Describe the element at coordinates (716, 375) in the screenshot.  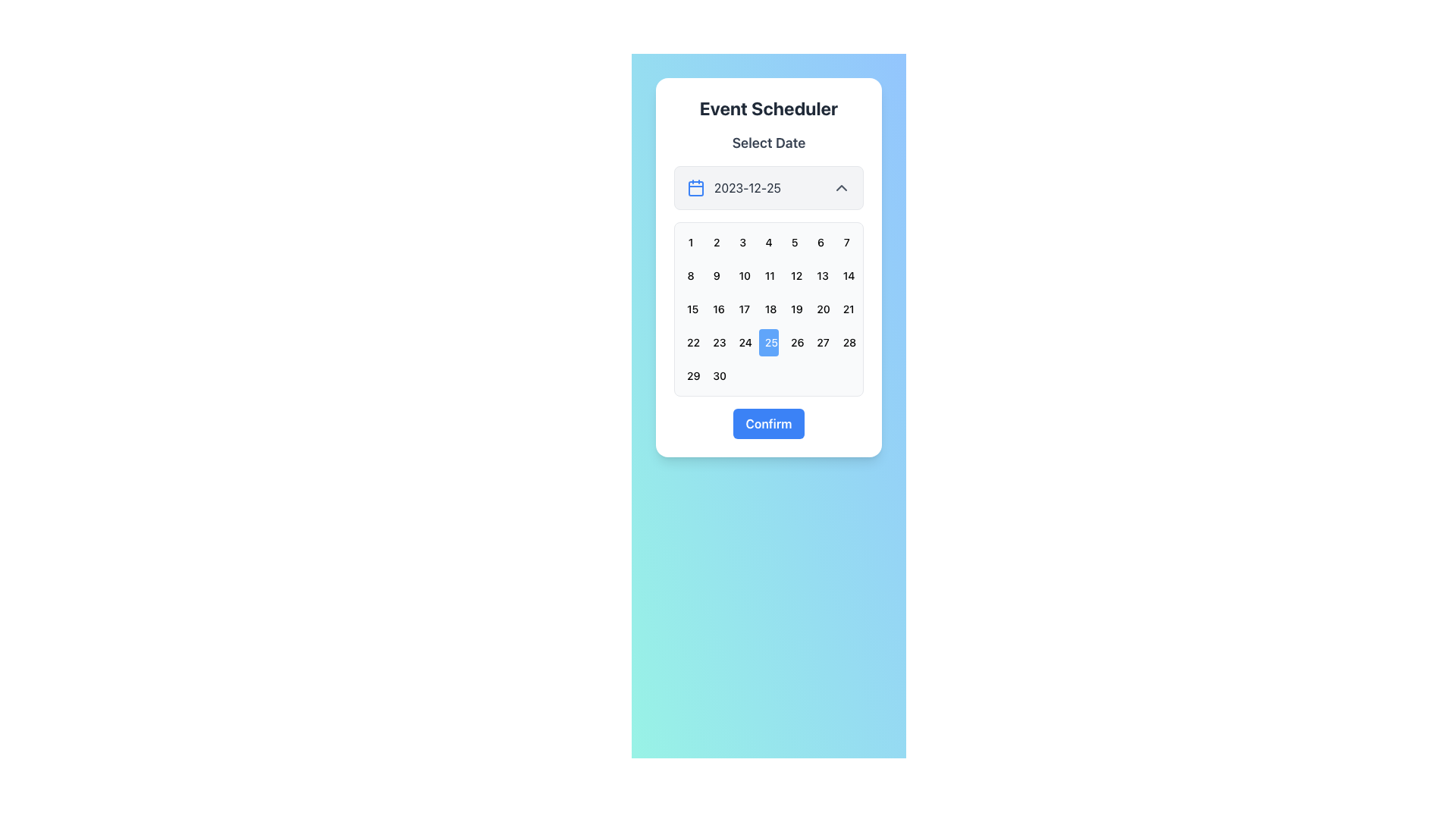
I see `the date selection button for '30' in the calendar interface, located in the last row, second column of a 7-column grid` at that location.